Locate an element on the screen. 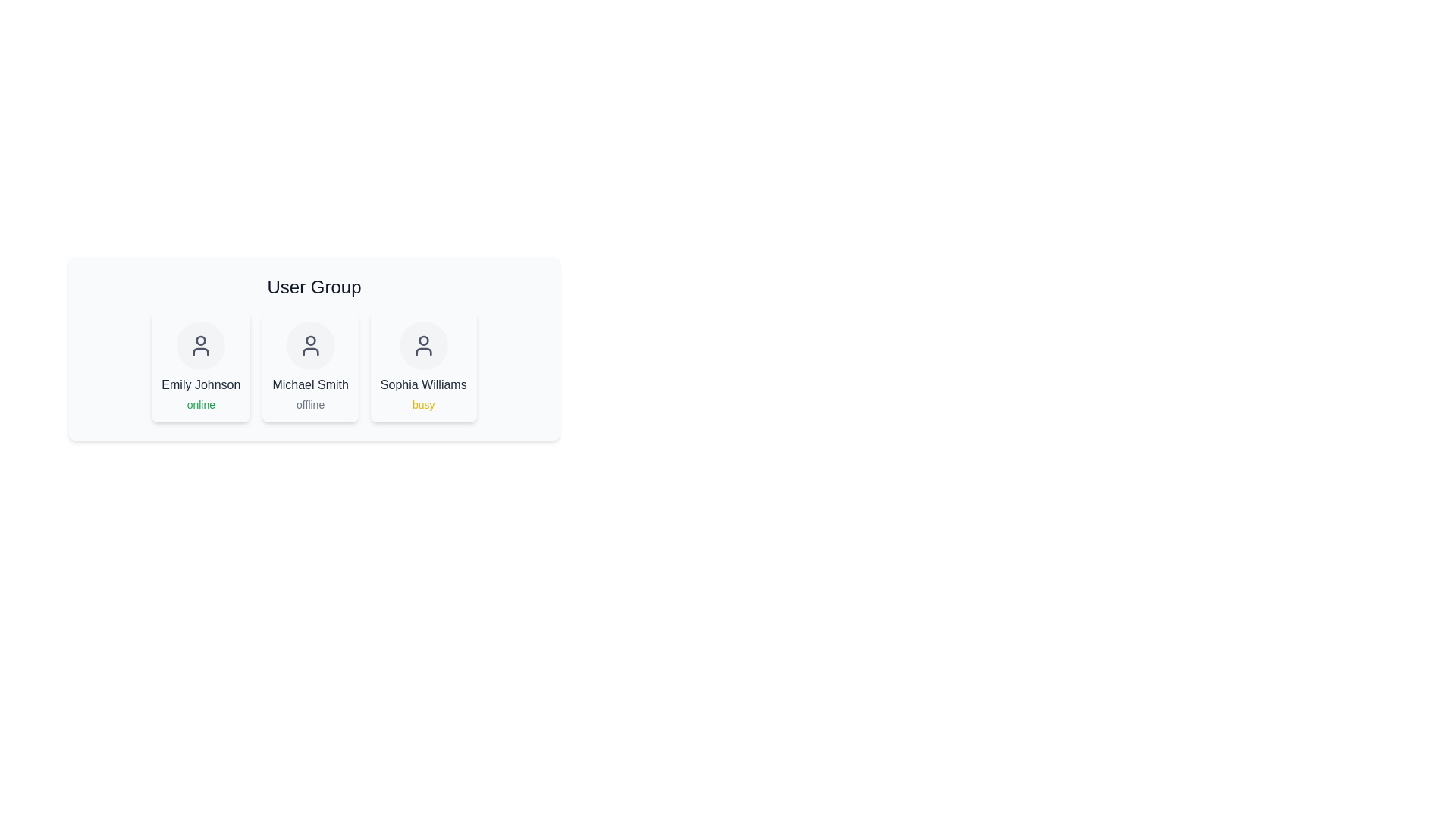 This screenshot has height=819, width=1456. the online status label indicating the user 'Emily Johnson' located beneath the name in her profile card is located at coordinates (200, 403).